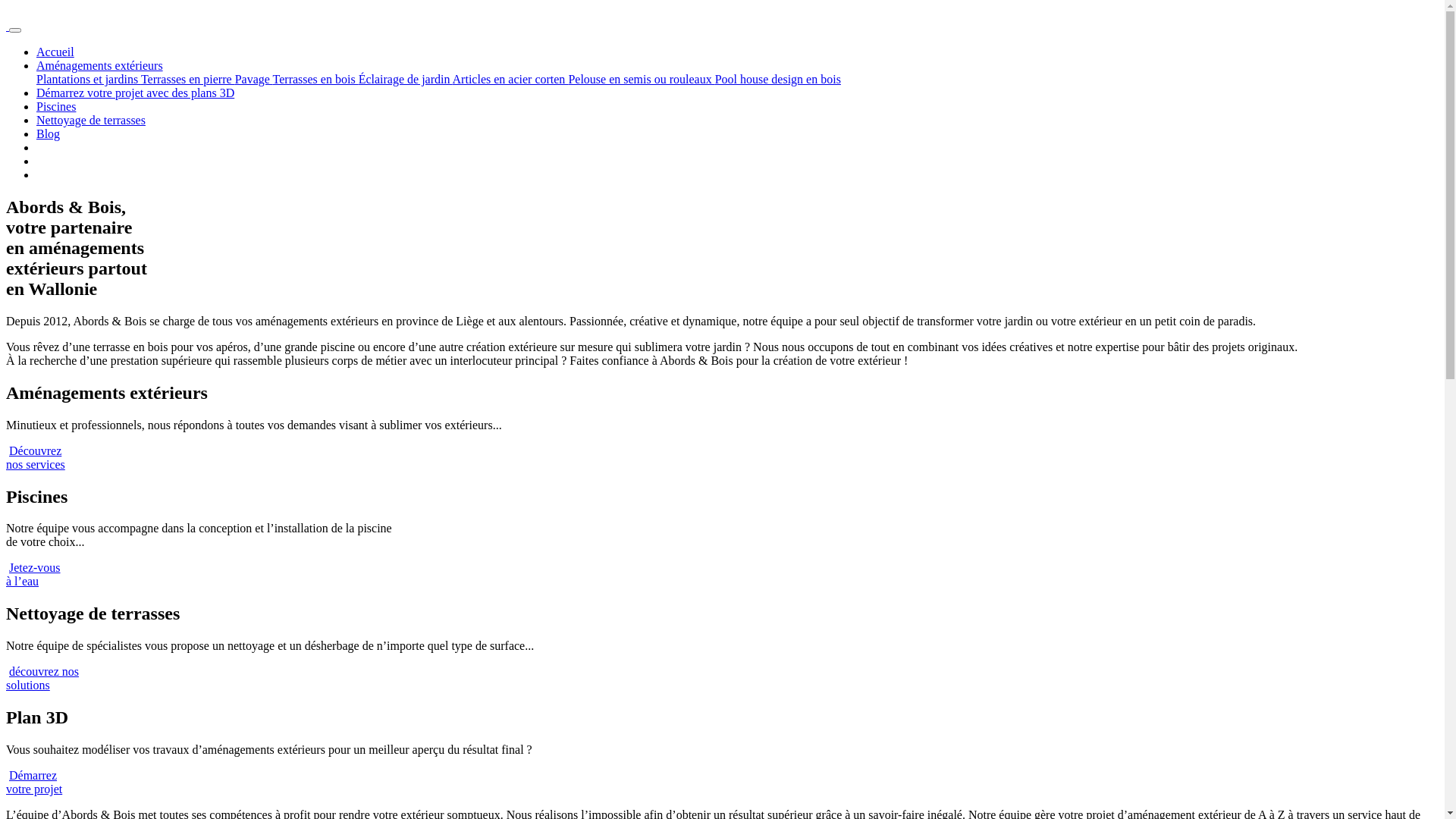  What do you see at coordinates (48, 133) in the screenshot?
I see `'Blog'` at bounding box center [48, 133].